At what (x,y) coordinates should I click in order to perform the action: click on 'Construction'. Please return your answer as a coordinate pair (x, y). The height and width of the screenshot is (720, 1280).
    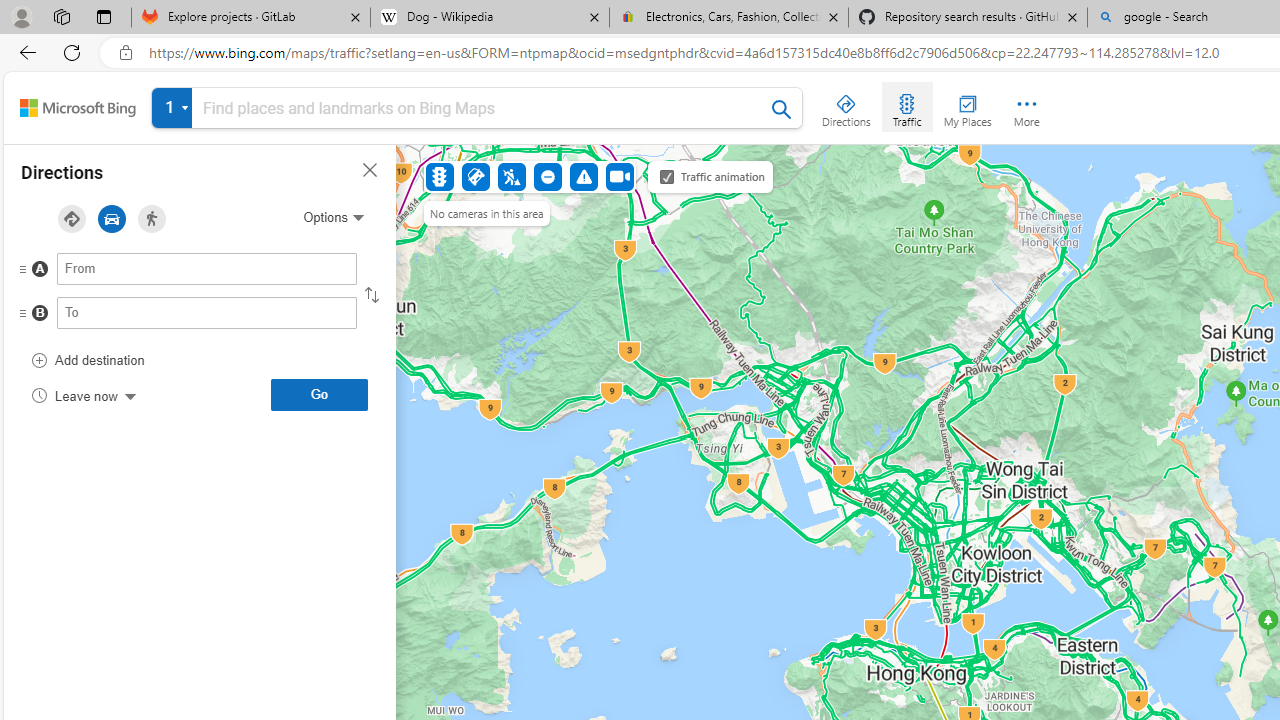
    Looking at the image, I should click on (512, 175).